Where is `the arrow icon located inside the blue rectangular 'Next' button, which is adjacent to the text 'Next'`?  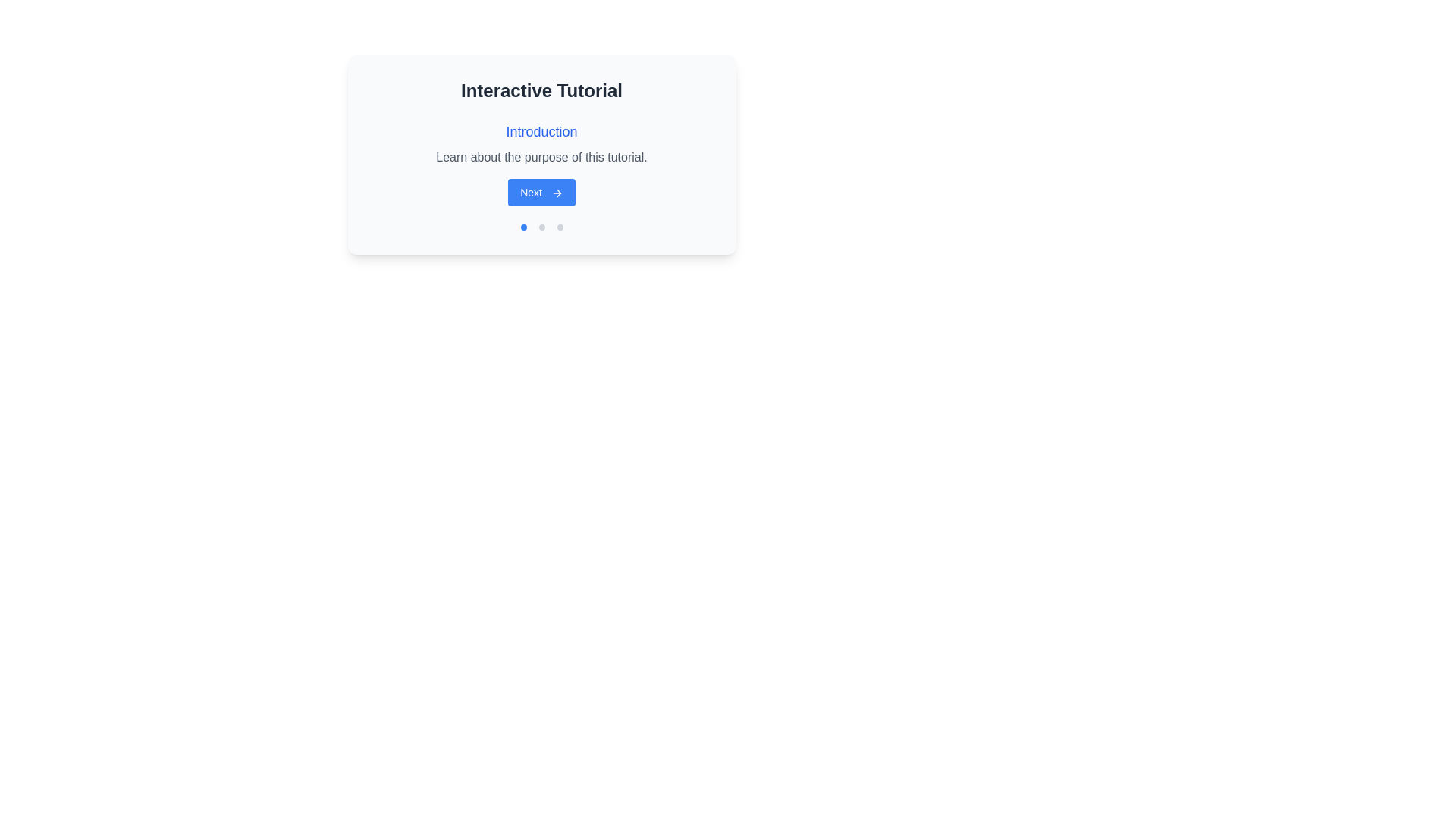
the arrow icon located inside the blue rectangular 'Next' button, which is adjacent to the text 'Next' is located at coordinates (556, 193).